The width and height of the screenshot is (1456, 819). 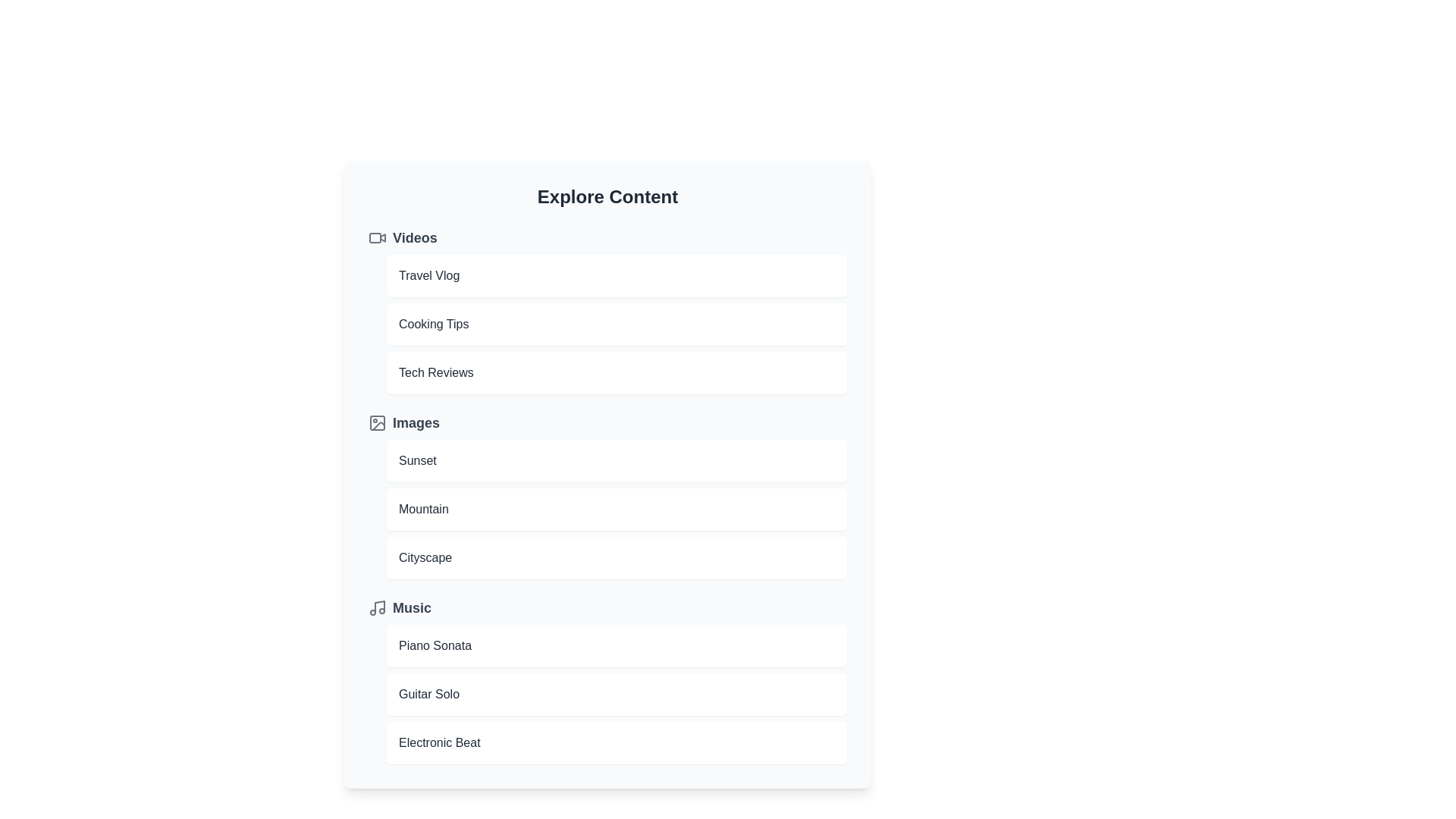 What do you see at coordinates (617, 558) in the screenshot?
I see `the item Cityscape to preview it` at bounding box center [617, 558].